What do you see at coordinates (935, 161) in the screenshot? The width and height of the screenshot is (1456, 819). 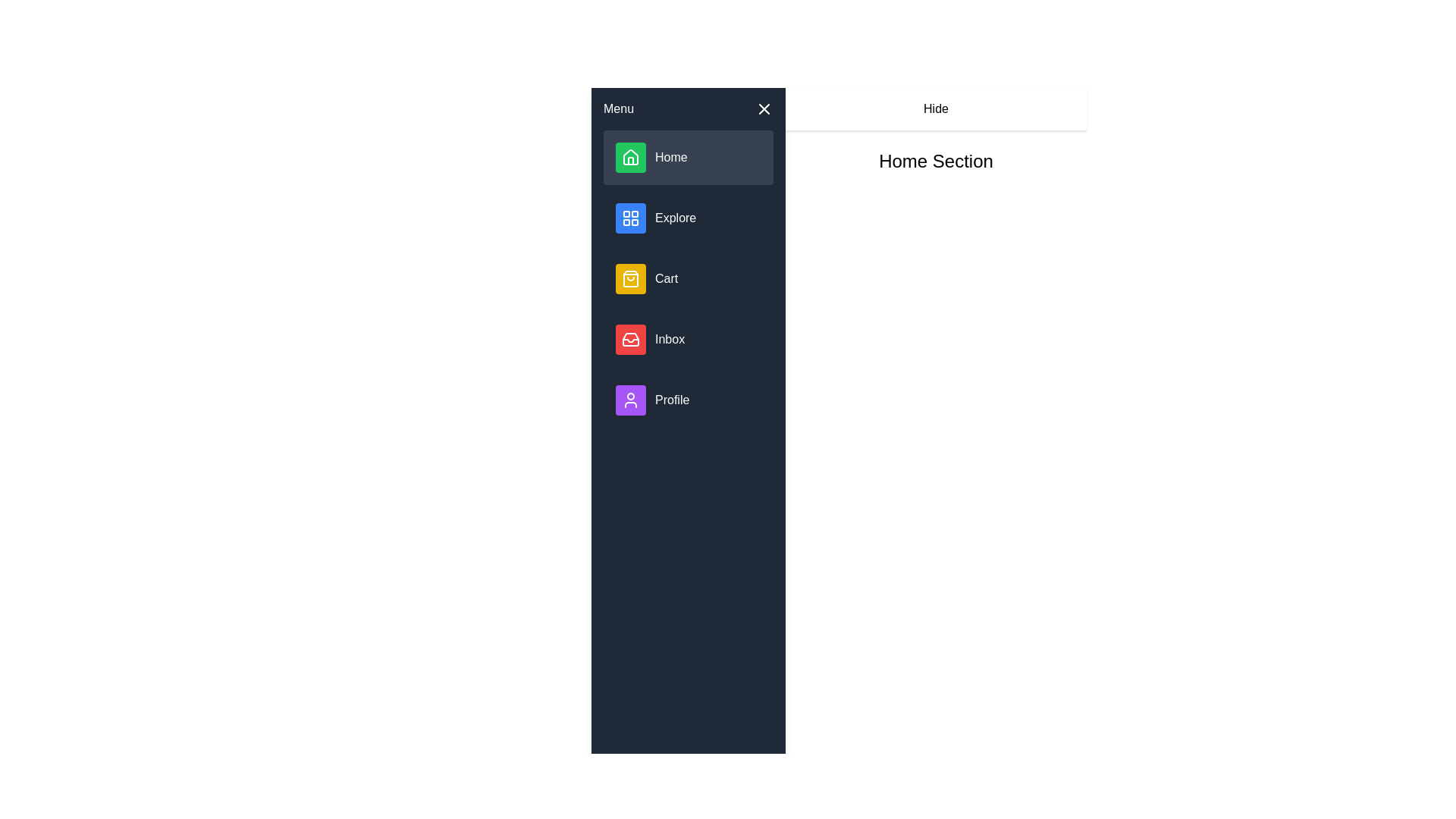 I see `the 'Home Section' text label, which is a large black font label against a white background, located to the right of the sidebar menu` at bounding box center [935, 161].